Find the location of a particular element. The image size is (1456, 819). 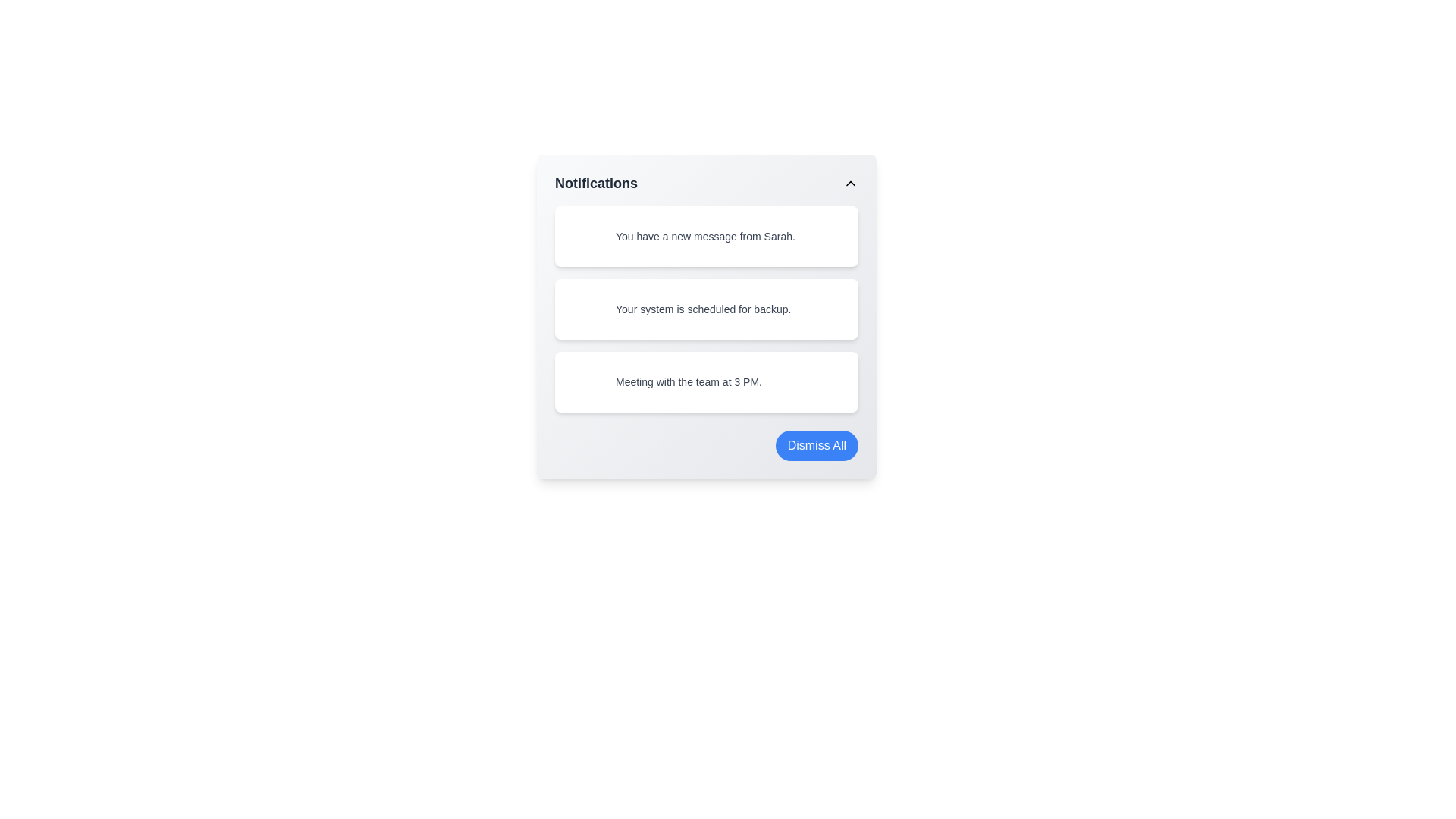

the visual state of the bell icon located in the top-left corner of the second notification card within the notification panel is located at coordinates (585, 309).